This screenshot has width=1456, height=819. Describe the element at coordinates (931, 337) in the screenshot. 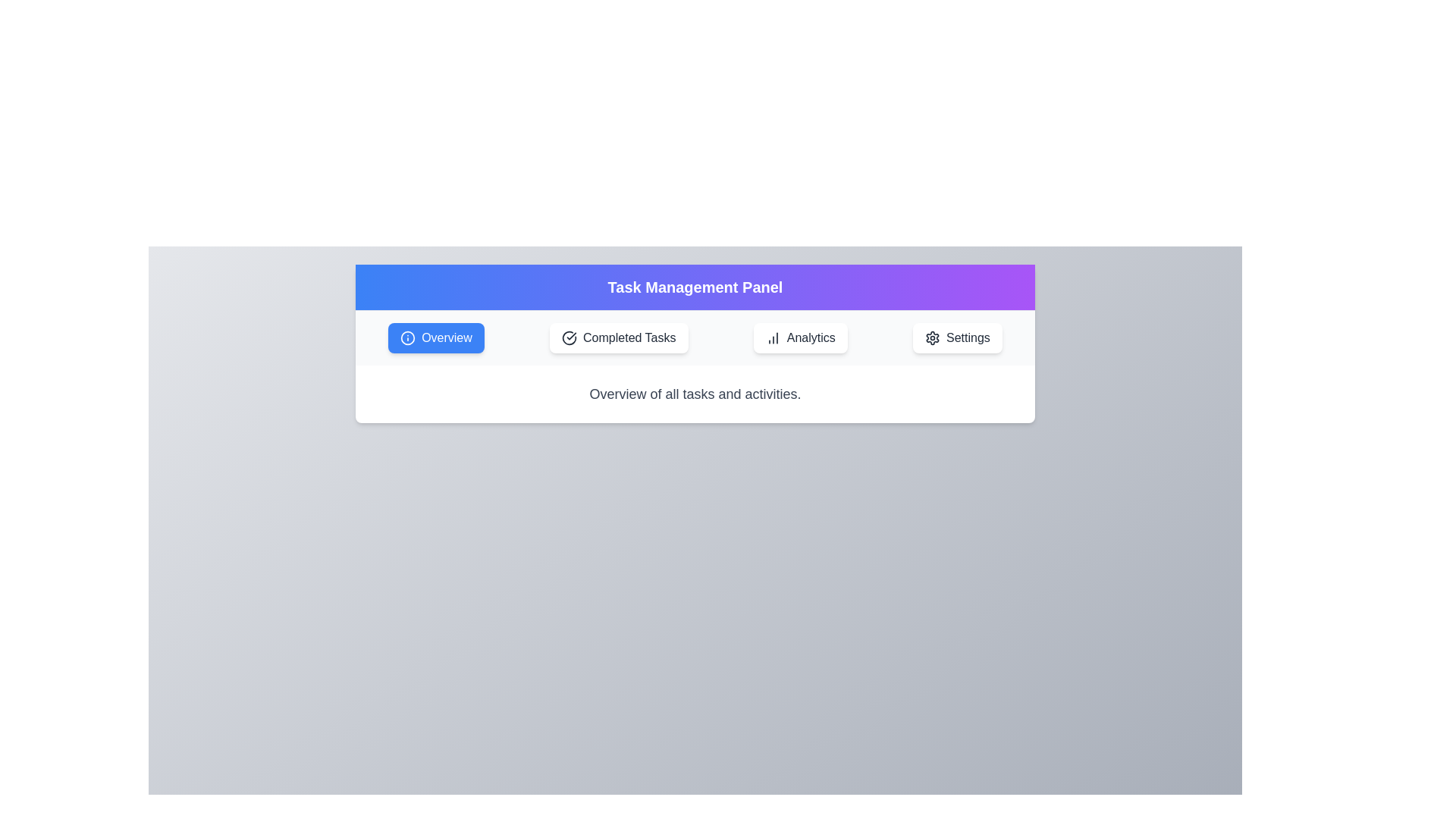

I see `the 'Settings' icon located on the rightmost side of the horizontal navigation bar` at that location.